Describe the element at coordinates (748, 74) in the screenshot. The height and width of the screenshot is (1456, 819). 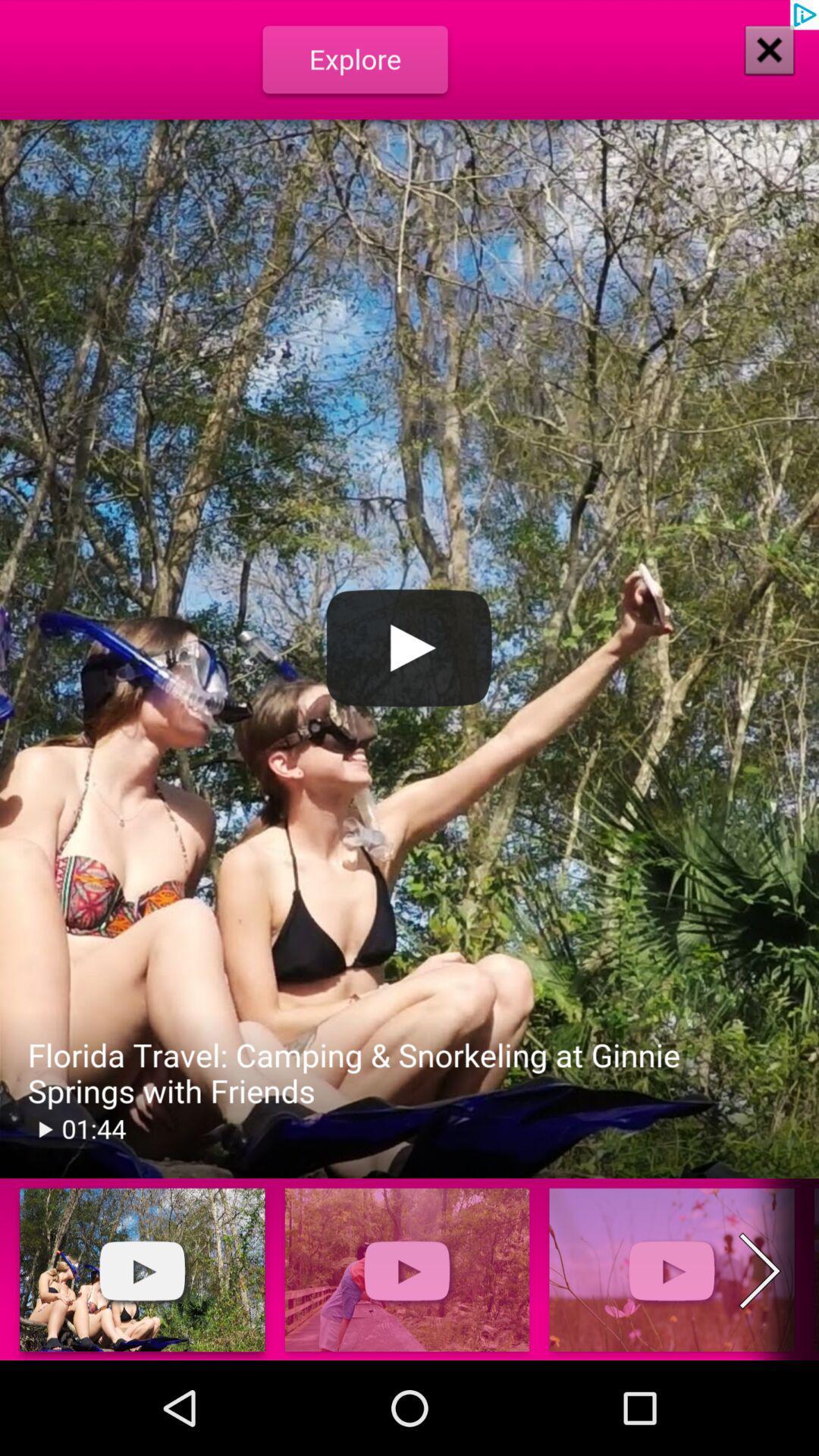
I see `the close icon` at that location.